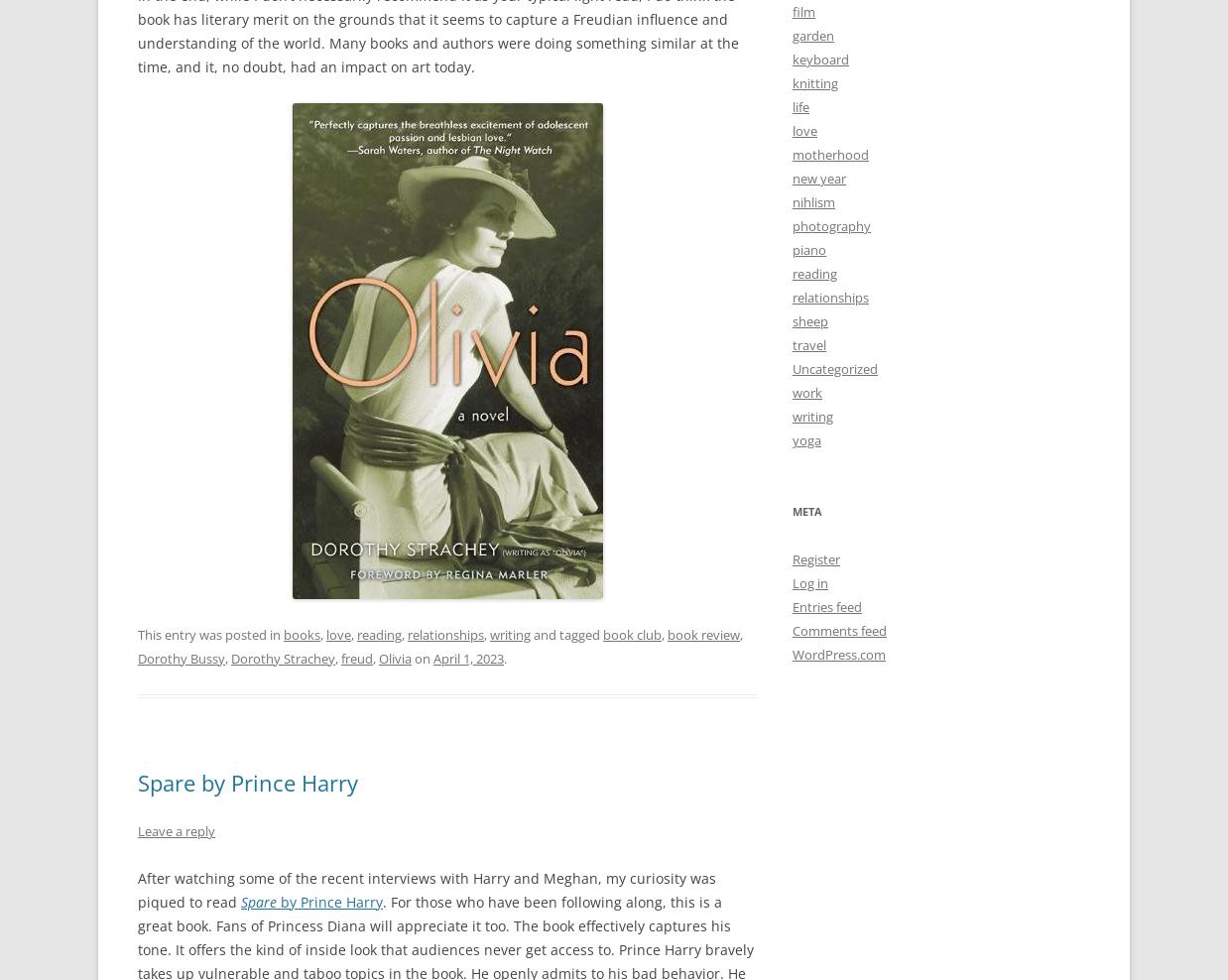  I want to click on 'nihlism', so click(813, 202).